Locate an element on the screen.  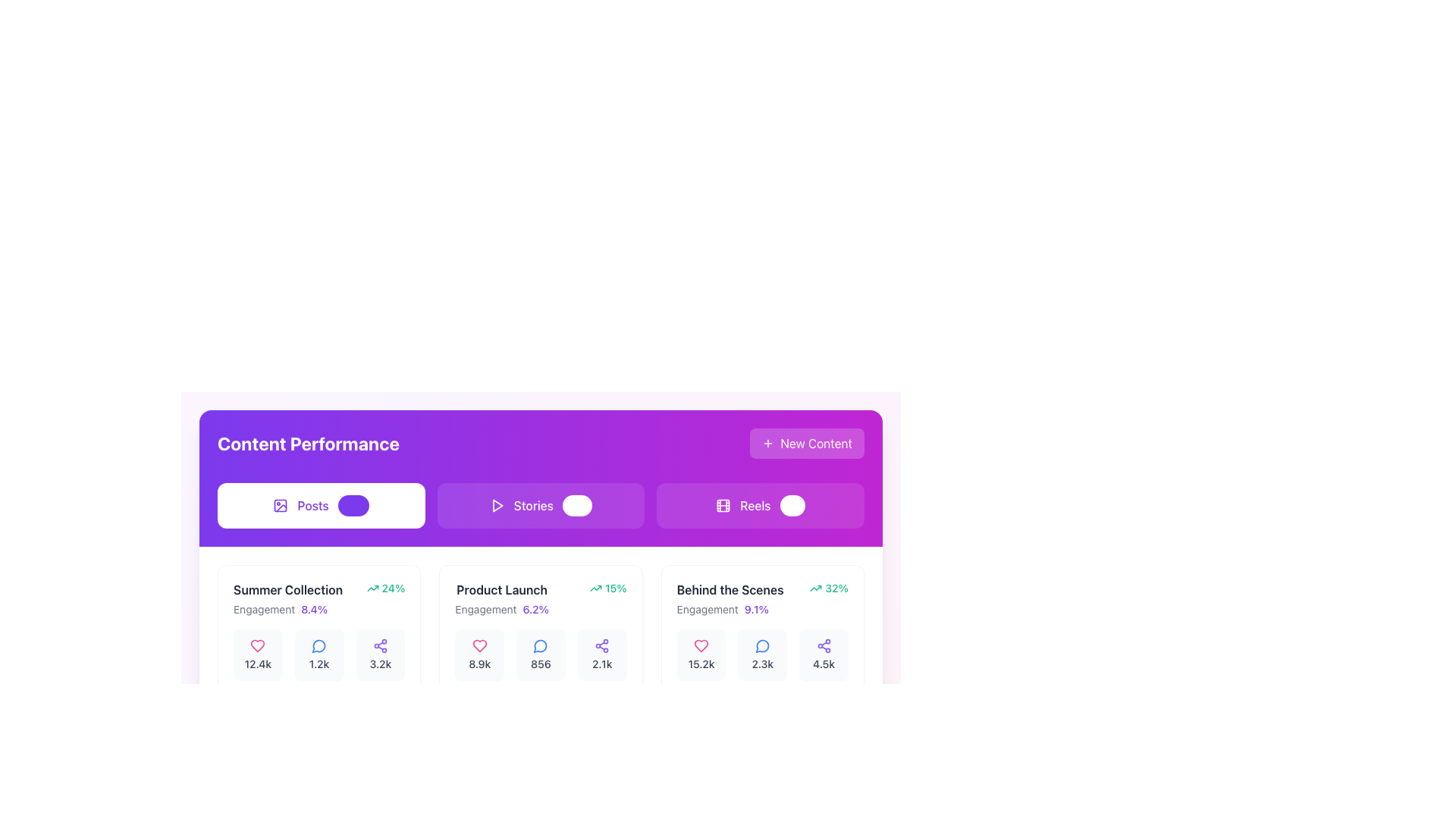
the static informative text displaying '24%' in green color, which indicates a percentage value and is located to the right of an upward trending arrow in the 'Summer Collection' section of the dashboard is located at coordinates (393, 587).